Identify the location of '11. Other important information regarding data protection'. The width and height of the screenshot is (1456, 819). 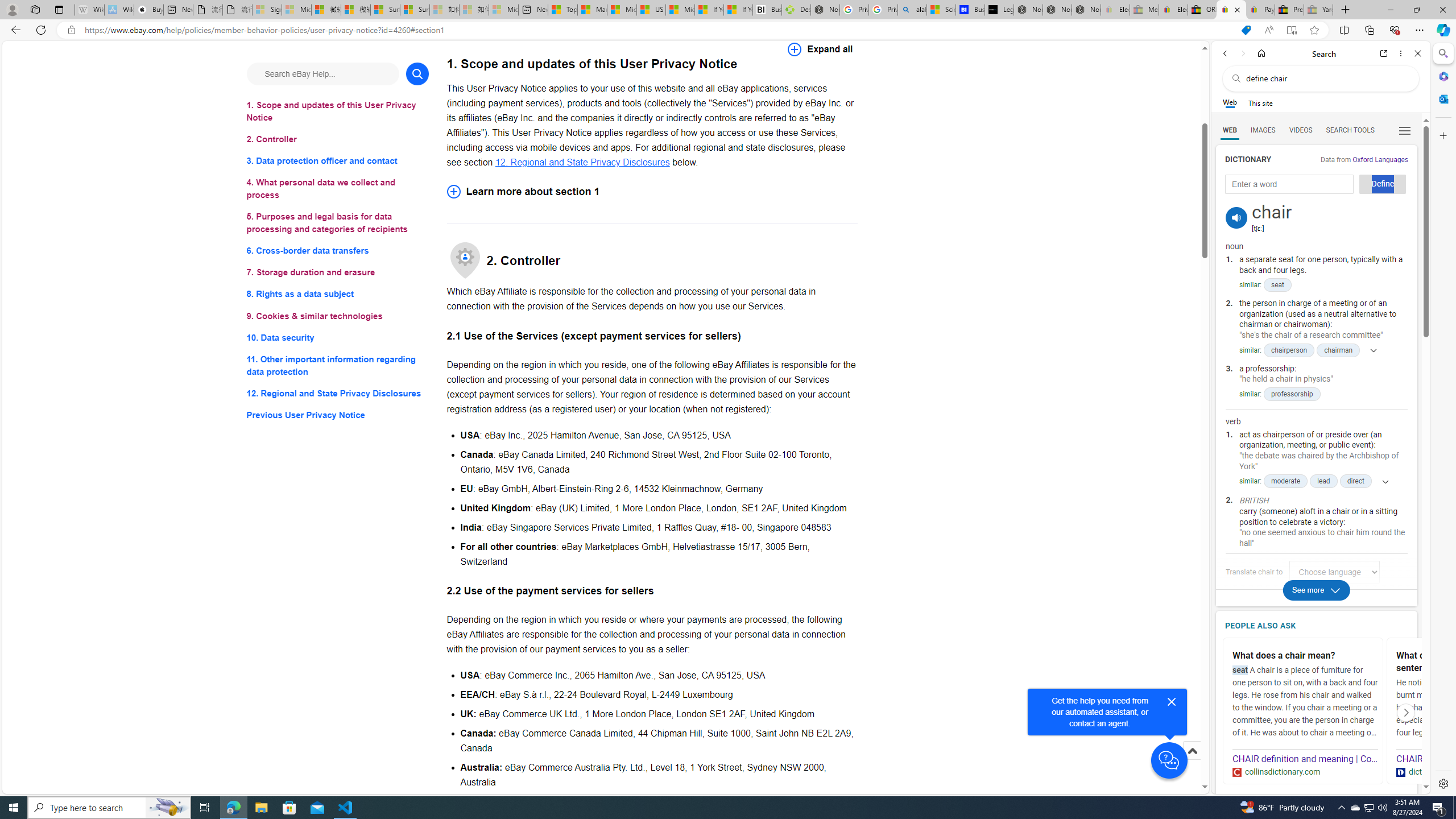
(337, 365).